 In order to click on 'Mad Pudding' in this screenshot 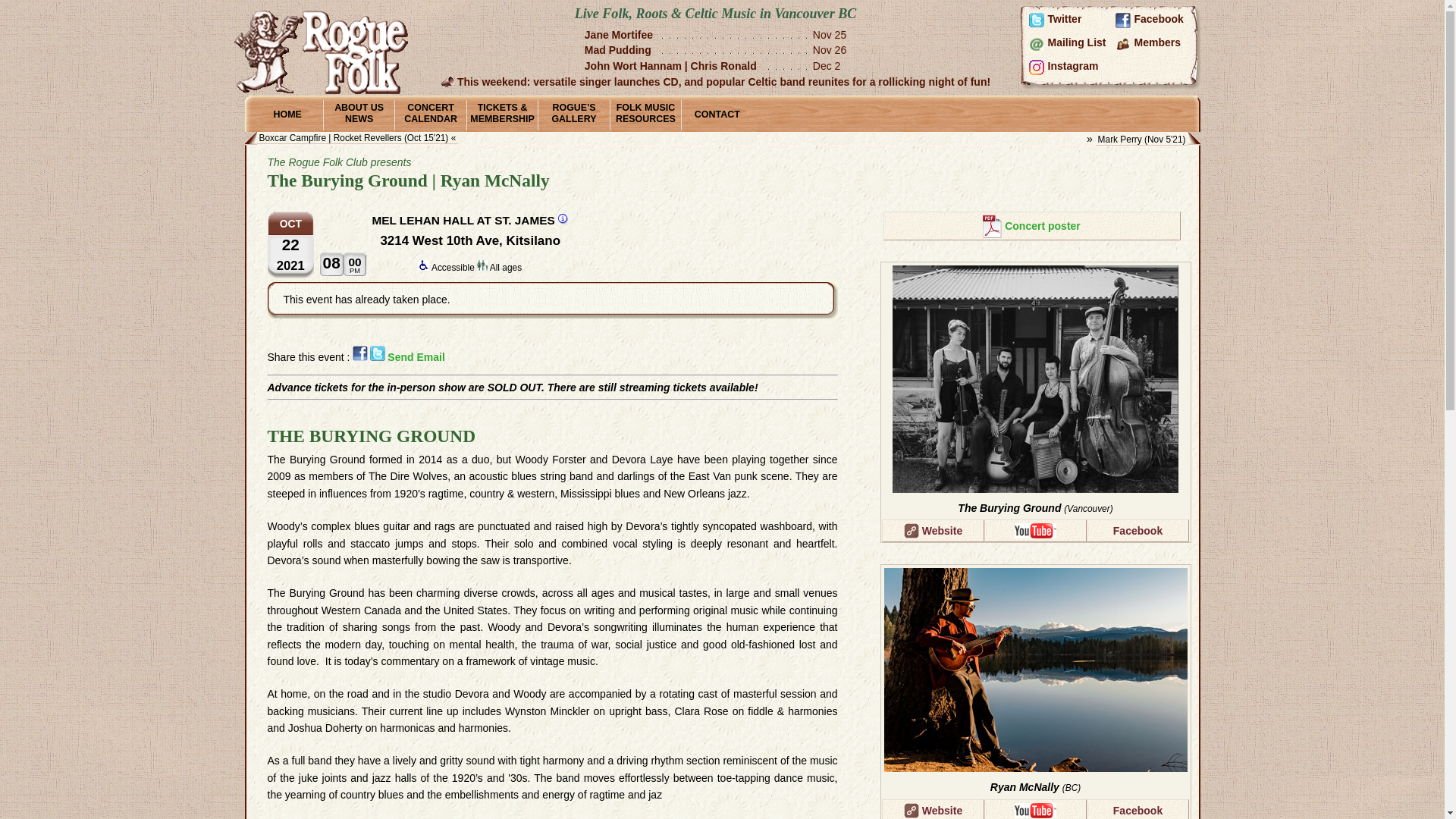, I will do `click(620, 49)`.